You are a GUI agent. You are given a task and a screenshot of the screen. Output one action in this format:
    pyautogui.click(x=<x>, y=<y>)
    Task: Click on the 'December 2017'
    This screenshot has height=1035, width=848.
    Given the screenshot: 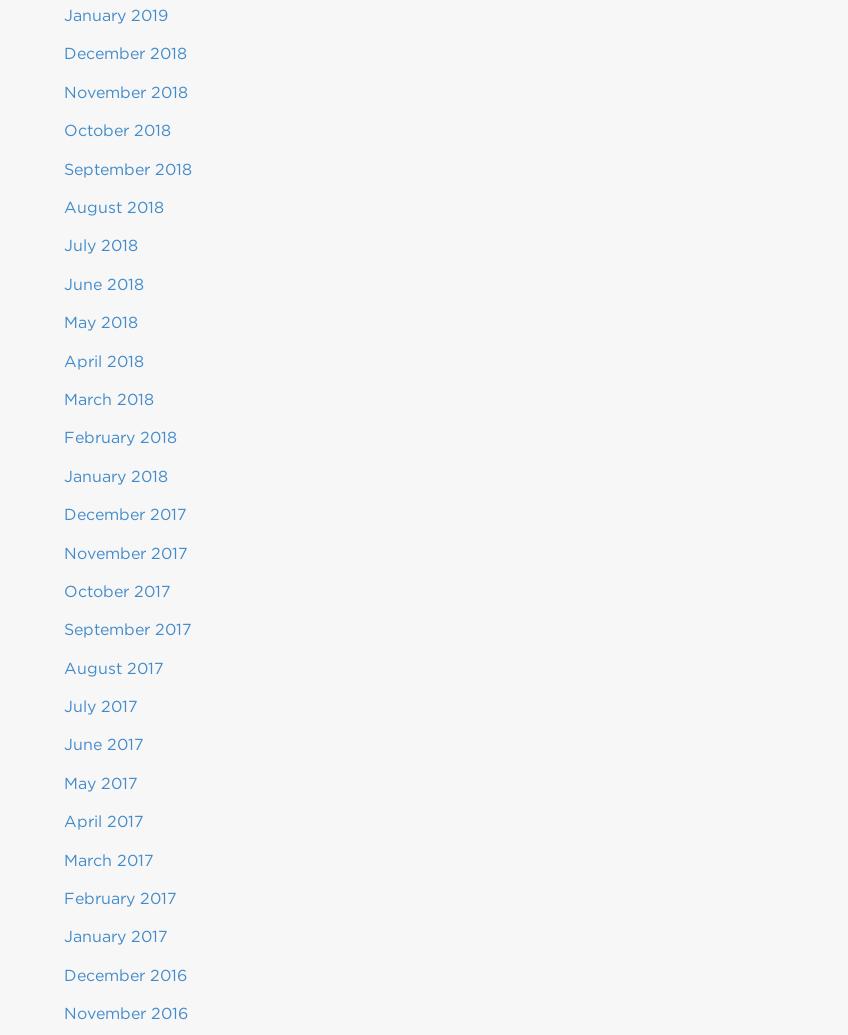 What is the action you would take?
    pyautogui.click(x=124, y=514)
    